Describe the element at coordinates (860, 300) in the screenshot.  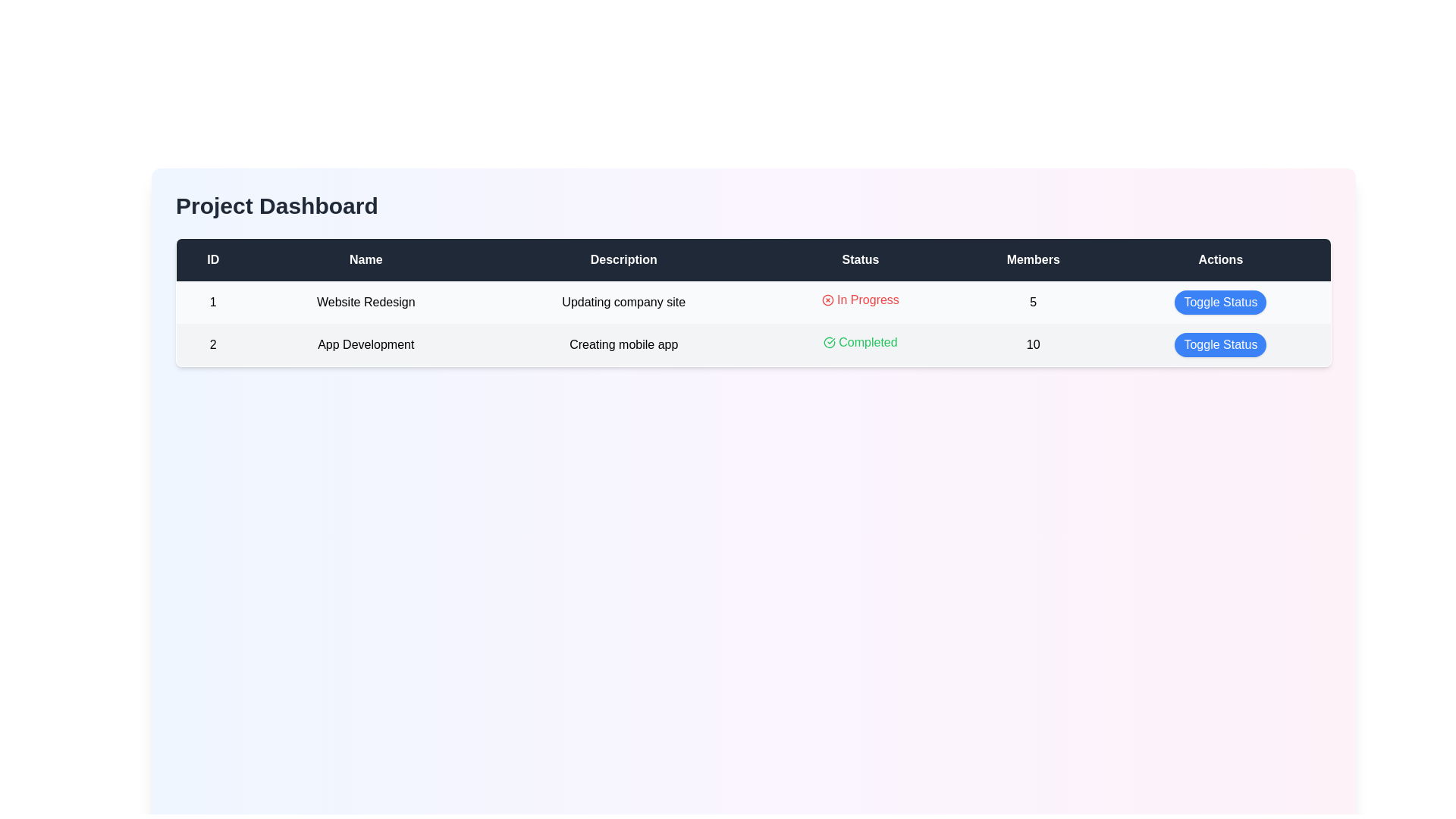
I see `the status of the project indicated by the text and icon in the fourth column of the first row in the data table, which shows 'In Progress'` at that location.